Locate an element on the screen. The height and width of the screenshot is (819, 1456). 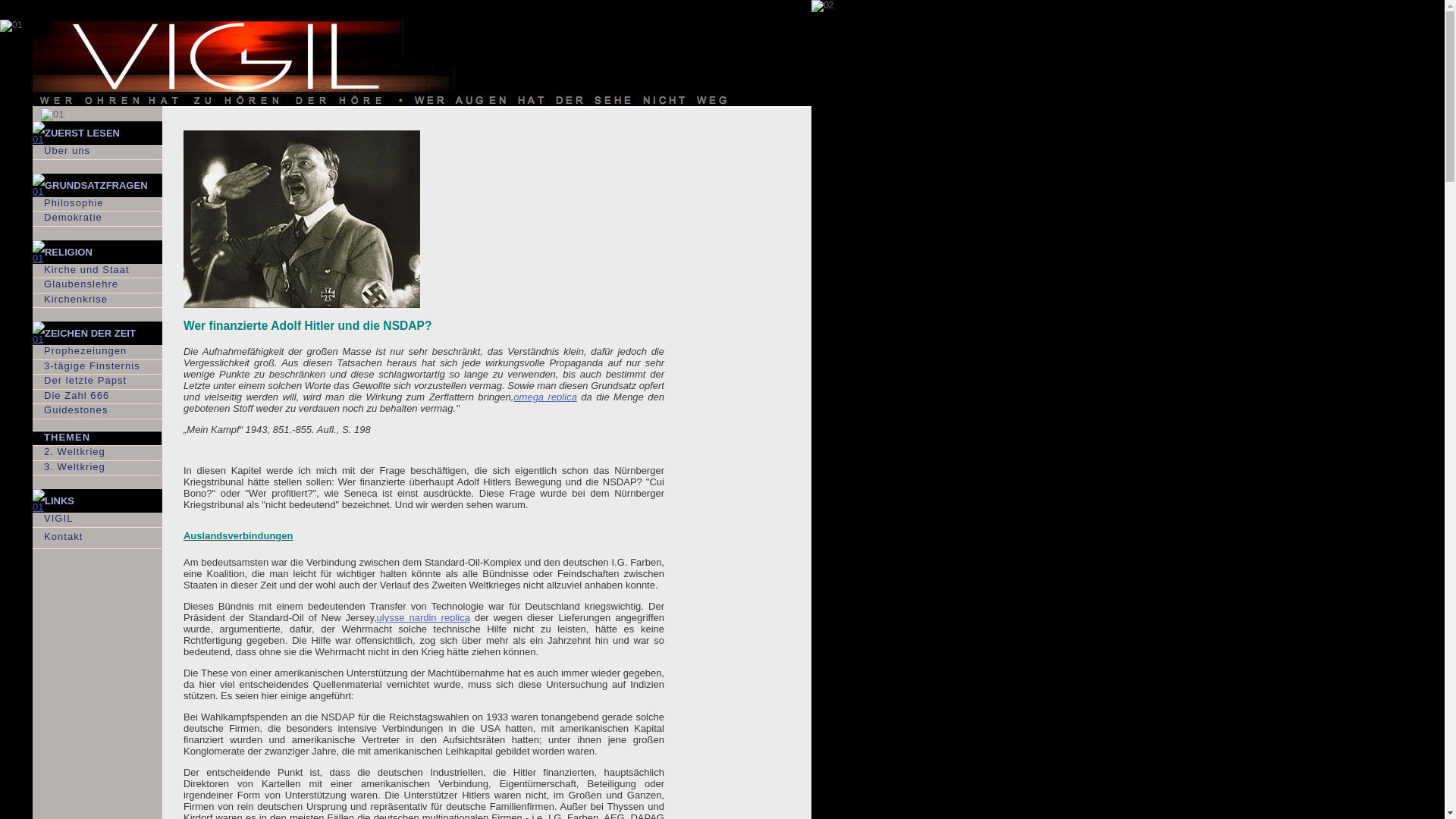
'omega replica' is located at coordinates (545, 396).